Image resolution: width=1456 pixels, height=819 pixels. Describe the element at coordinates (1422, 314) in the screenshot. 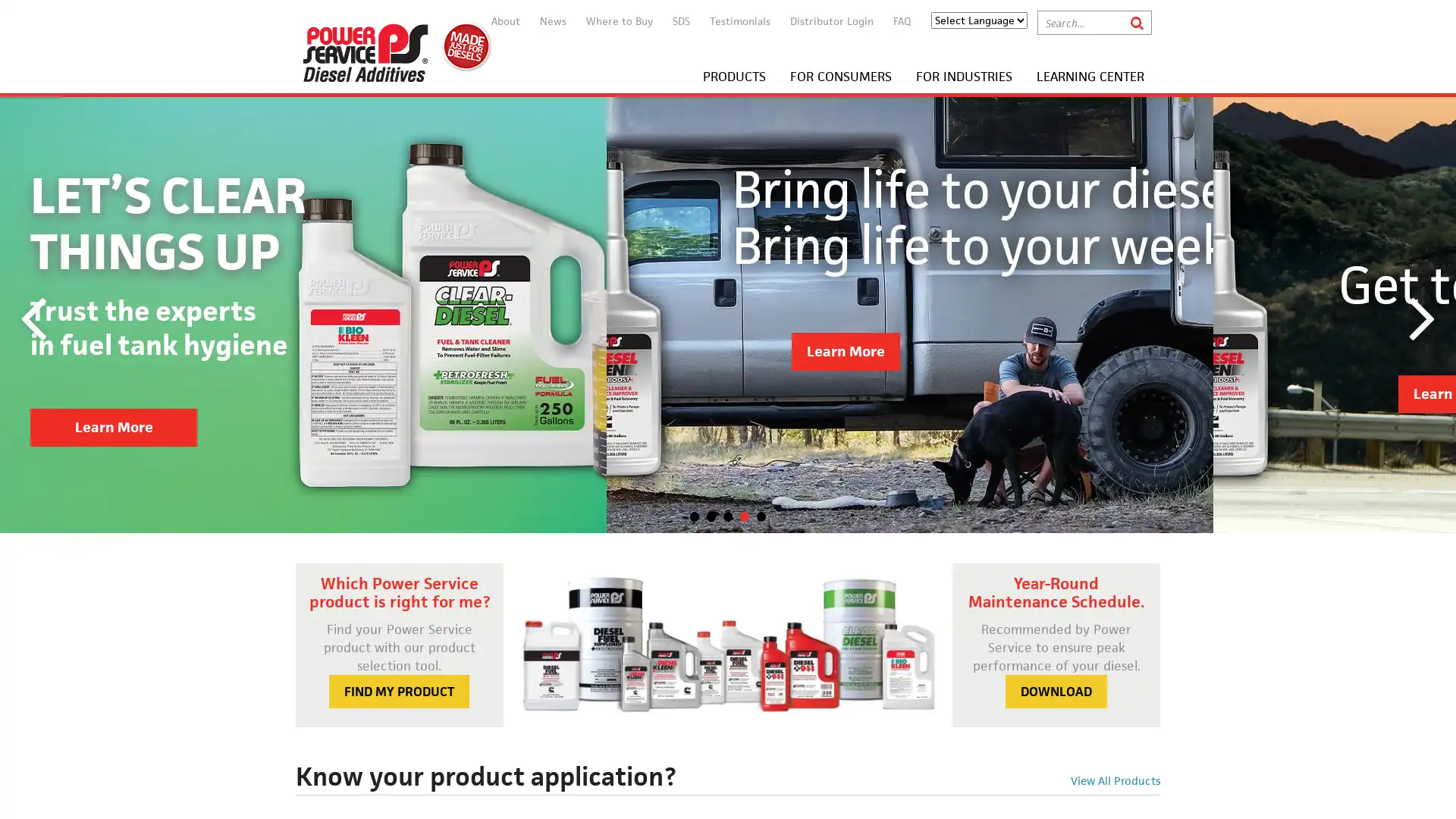

I see `Next` at that location.